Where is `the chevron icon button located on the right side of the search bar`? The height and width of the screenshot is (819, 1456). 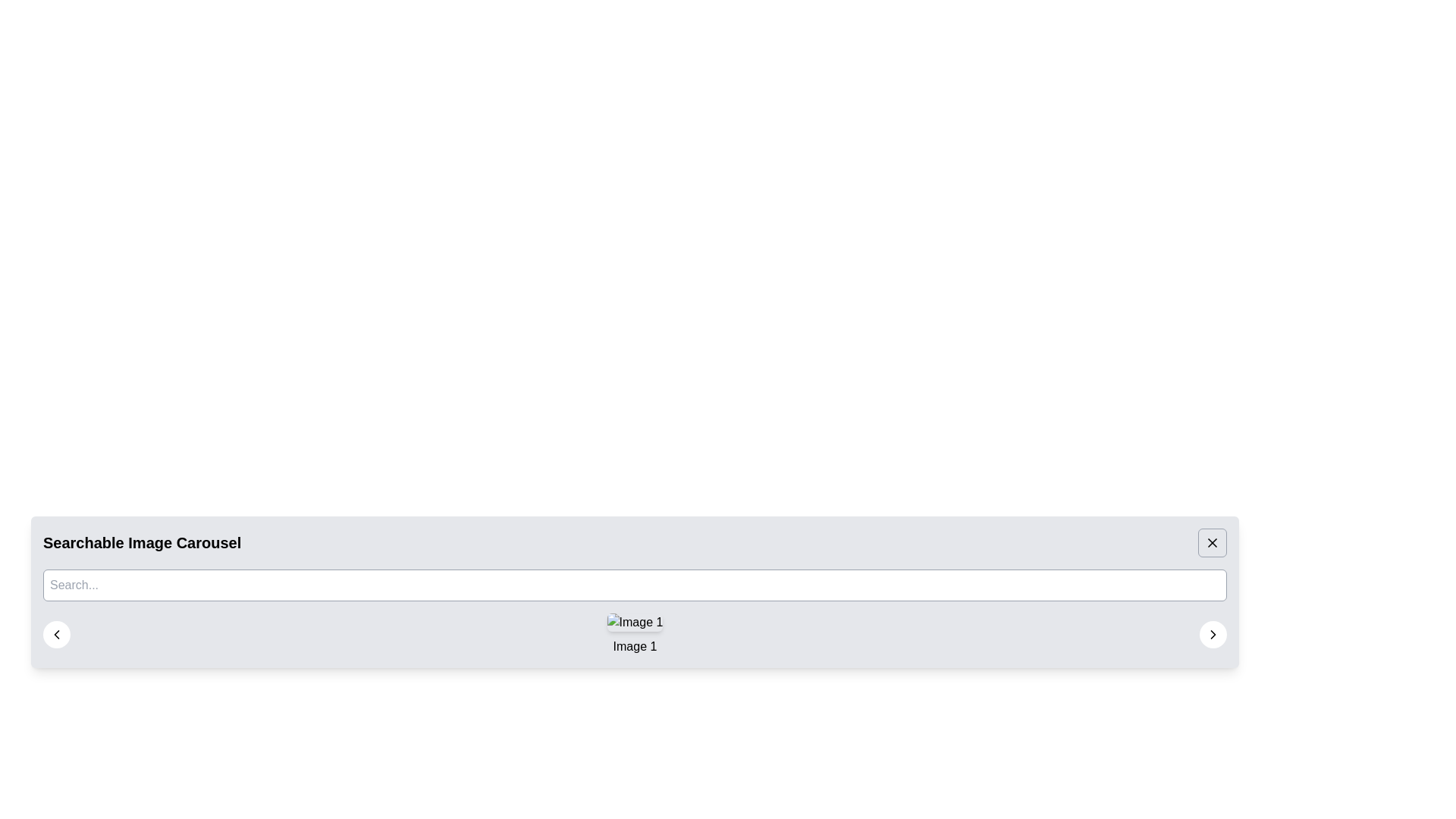 the chevron icon button located on the right side of the search bar is located at coordinates (1212, 635).